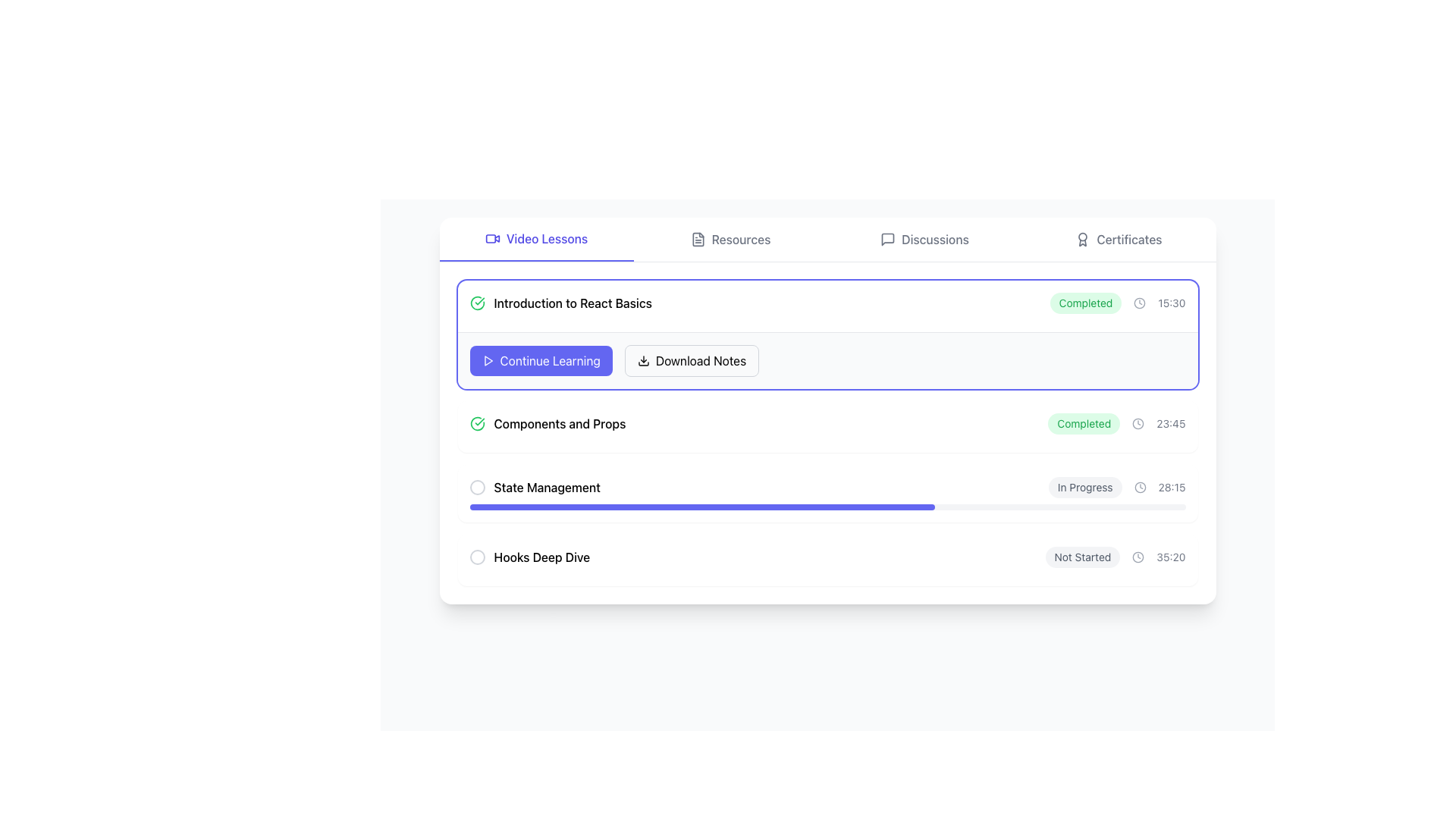 This screenshot has height=819, width=1456. Describe the element at coordinates (934, 239) in the screenshot. I see `the 'Discussions' text label located in the upper-right section of the navigation bar` at that location.